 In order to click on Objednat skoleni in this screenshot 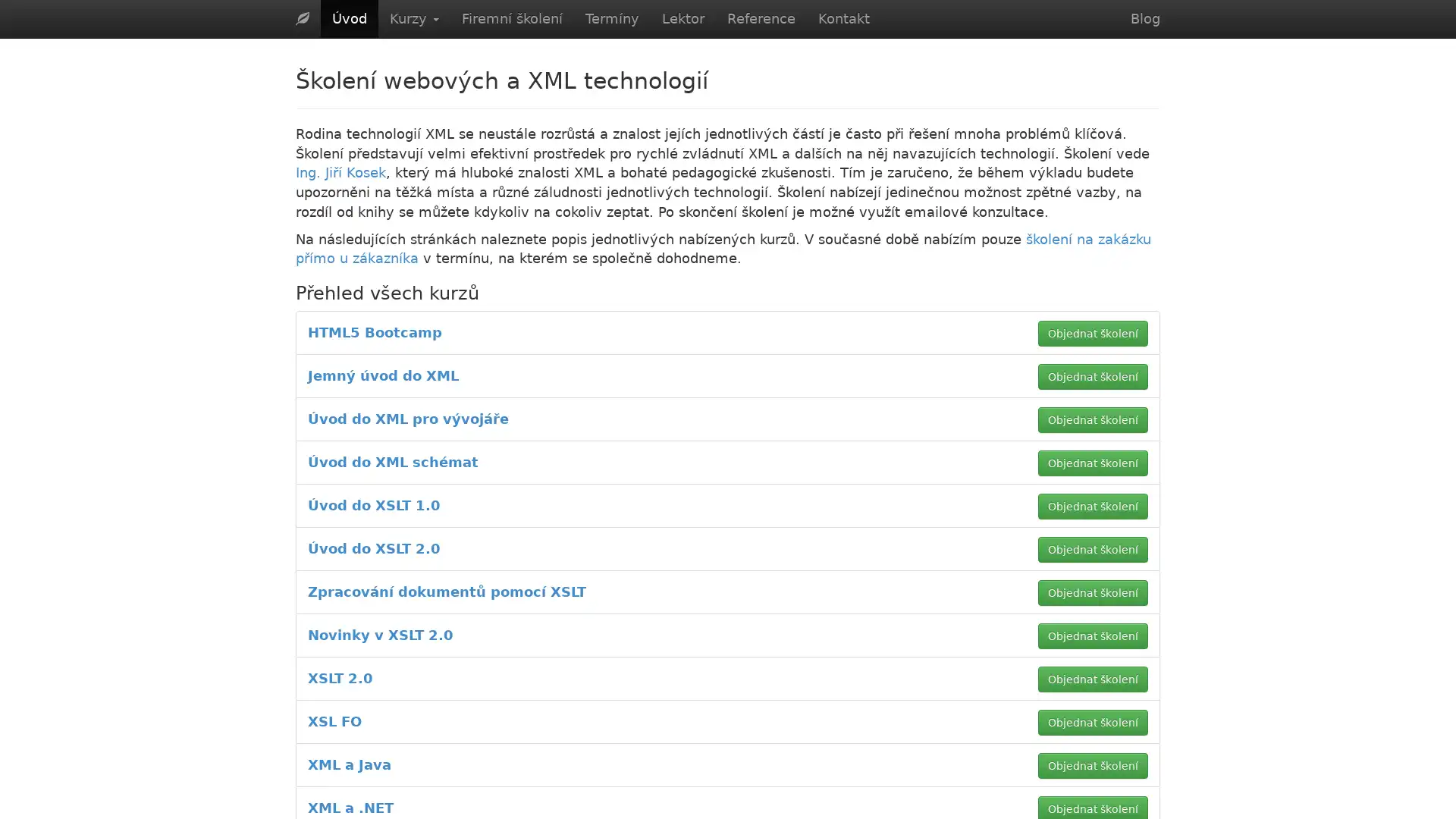, I will do `click(1093, 766)`.